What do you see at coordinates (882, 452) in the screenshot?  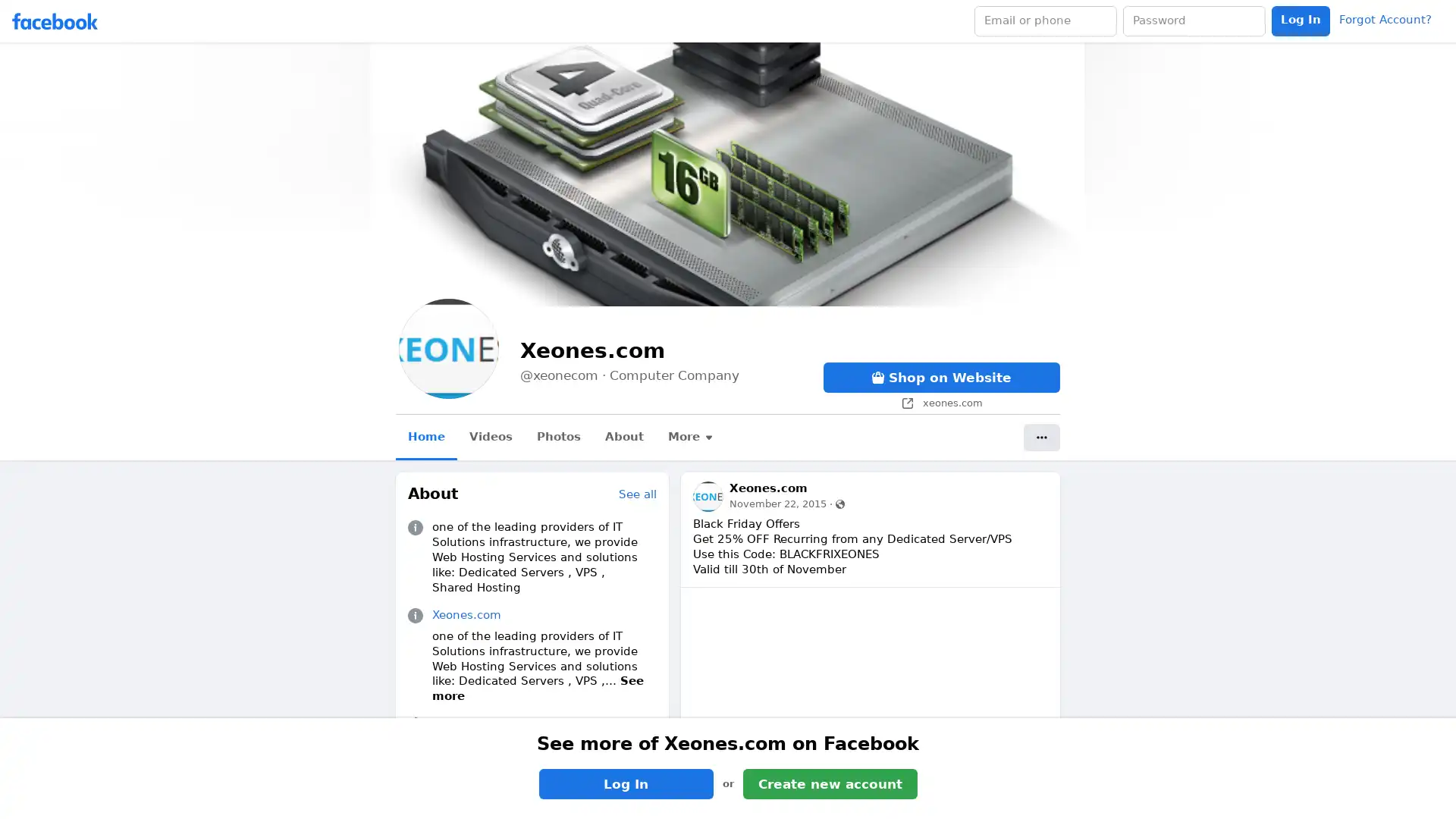 I see `OK` at bounding box center [882, 452].